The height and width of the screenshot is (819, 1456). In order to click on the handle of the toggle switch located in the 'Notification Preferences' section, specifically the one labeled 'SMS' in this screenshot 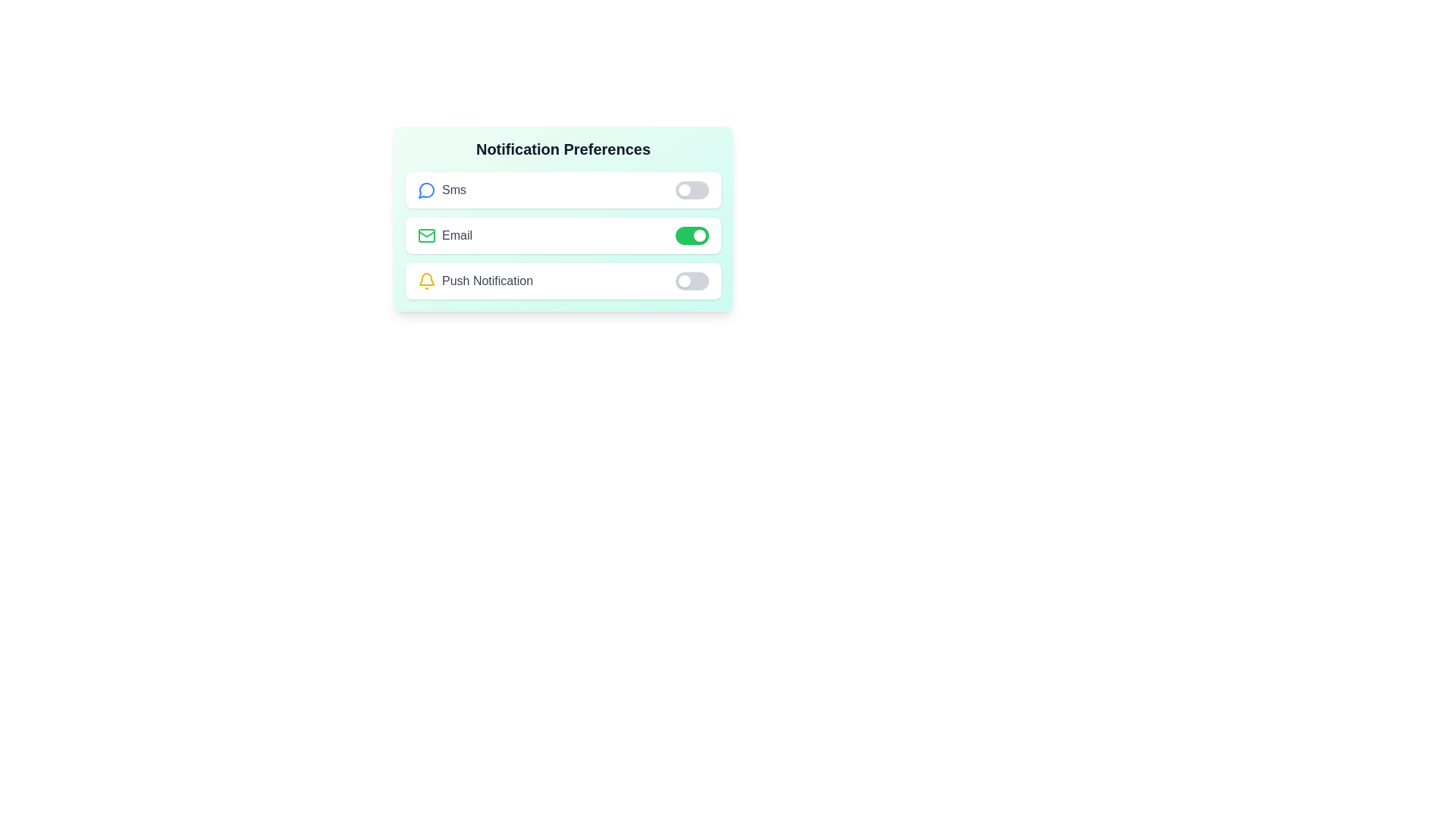, I will do `click(683, 189)`.